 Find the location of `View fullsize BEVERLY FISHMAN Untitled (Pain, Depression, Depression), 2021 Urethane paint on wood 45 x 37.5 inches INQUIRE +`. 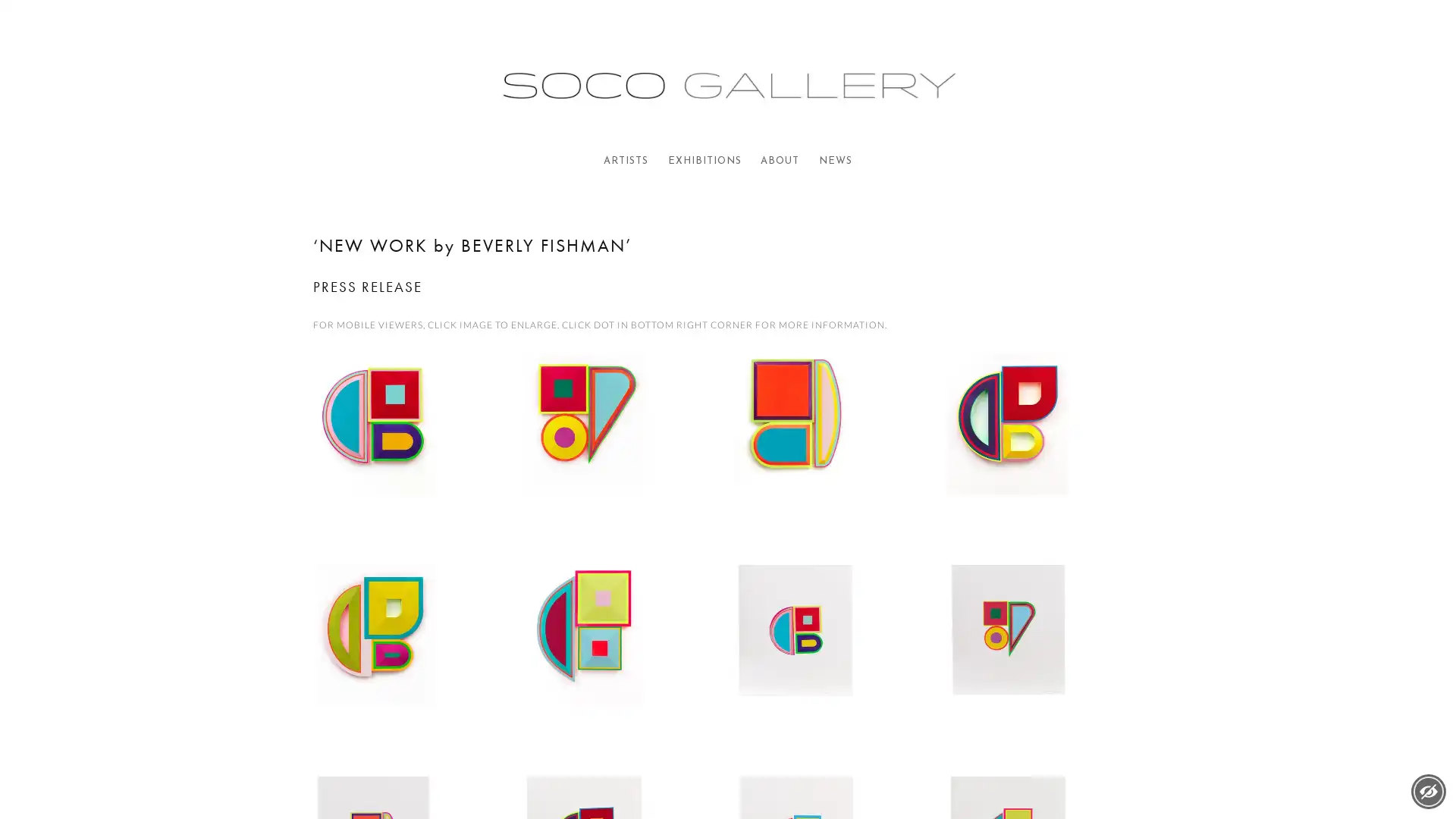

View fullsize BEVERLY FISHMAN Untitled (Pain, Depression, Depression), 2021 Urethane paint on wood 45 x 37.5 inches INQUIRE + is located at coordinates (622, 661).